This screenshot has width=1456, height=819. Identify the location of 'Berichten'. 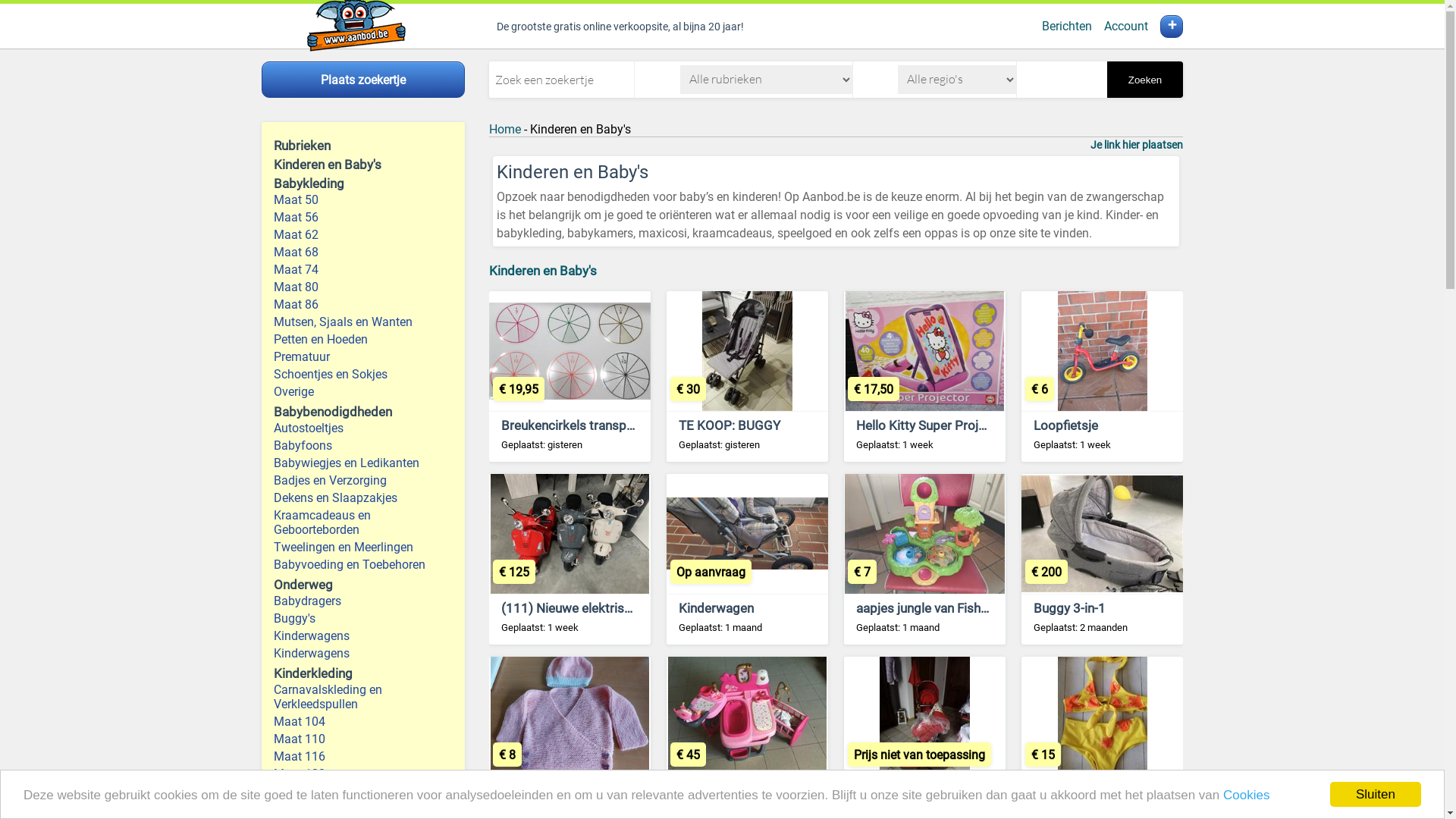
(1065, 26).